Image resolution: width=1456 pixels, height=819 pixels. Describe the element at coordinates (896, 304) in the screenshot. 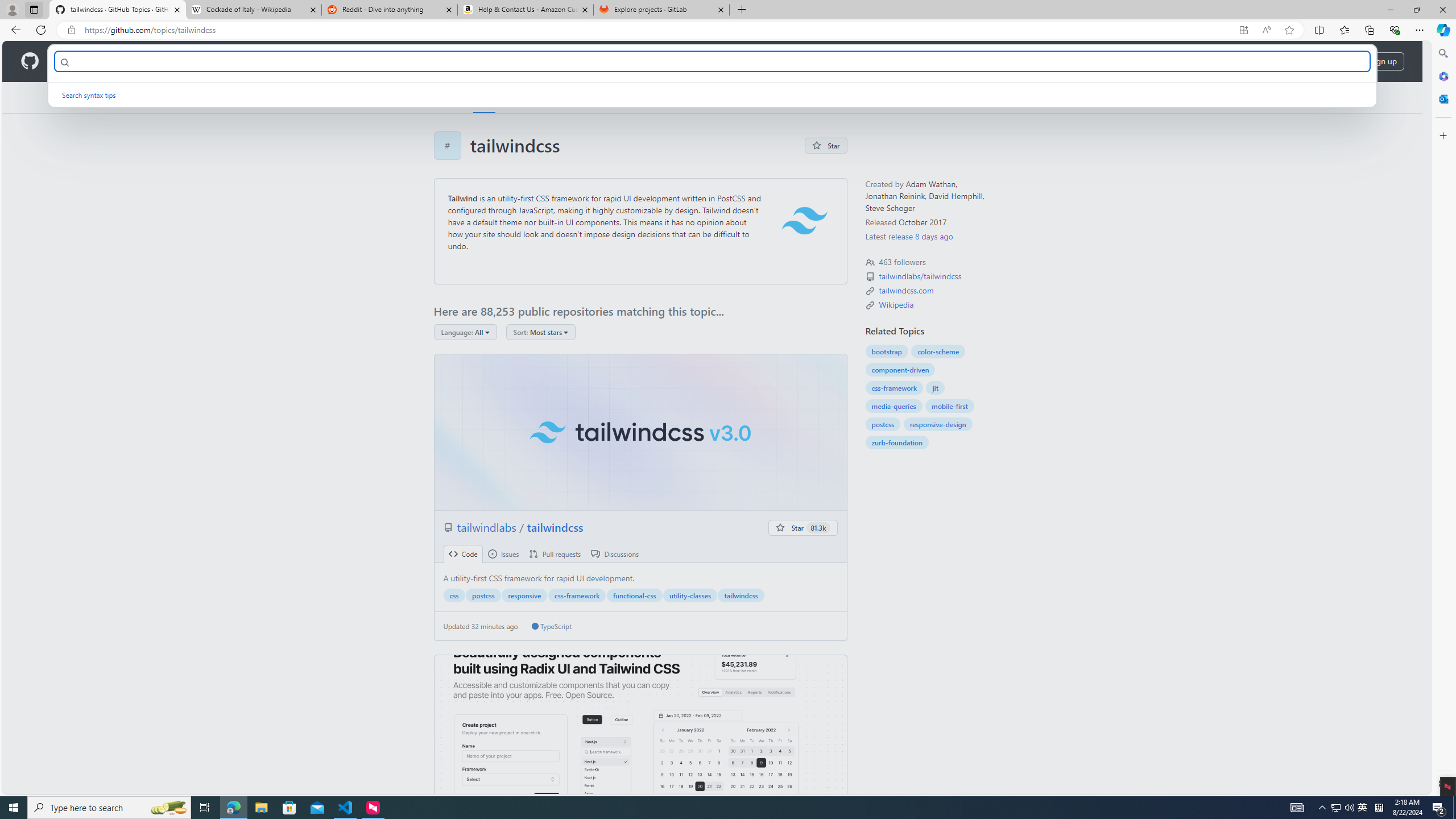

I see `'en.wikipedia.org/wiki/Tailwind_CSS'` at that location.